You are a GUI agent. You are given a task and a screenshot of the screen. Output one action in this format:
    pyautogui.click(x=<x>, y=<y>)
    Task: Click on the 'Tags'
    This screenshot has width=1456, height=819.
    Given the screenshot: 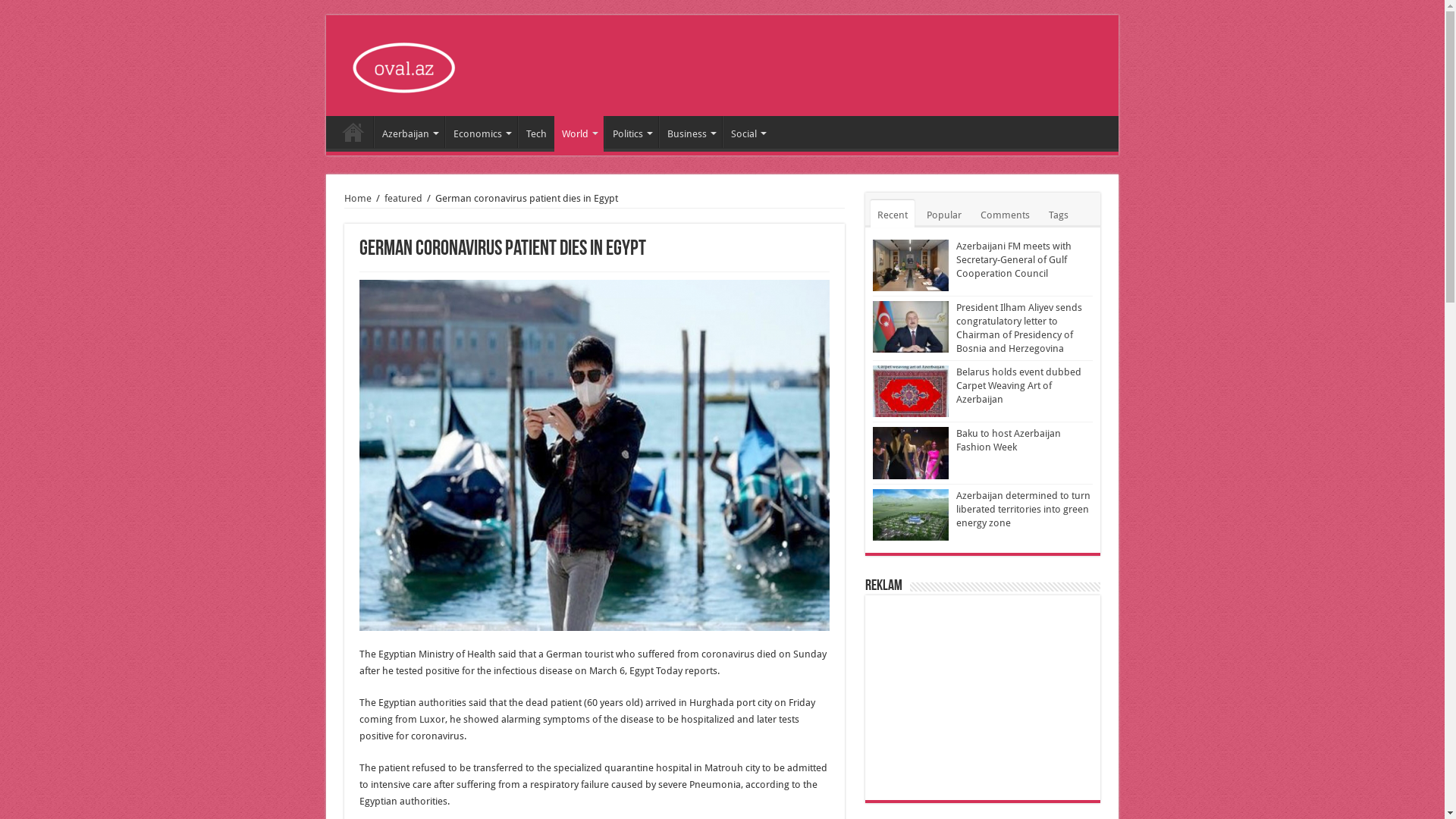 What is the action you would take?
    pyautogui.click(x=1058, y=213)
    